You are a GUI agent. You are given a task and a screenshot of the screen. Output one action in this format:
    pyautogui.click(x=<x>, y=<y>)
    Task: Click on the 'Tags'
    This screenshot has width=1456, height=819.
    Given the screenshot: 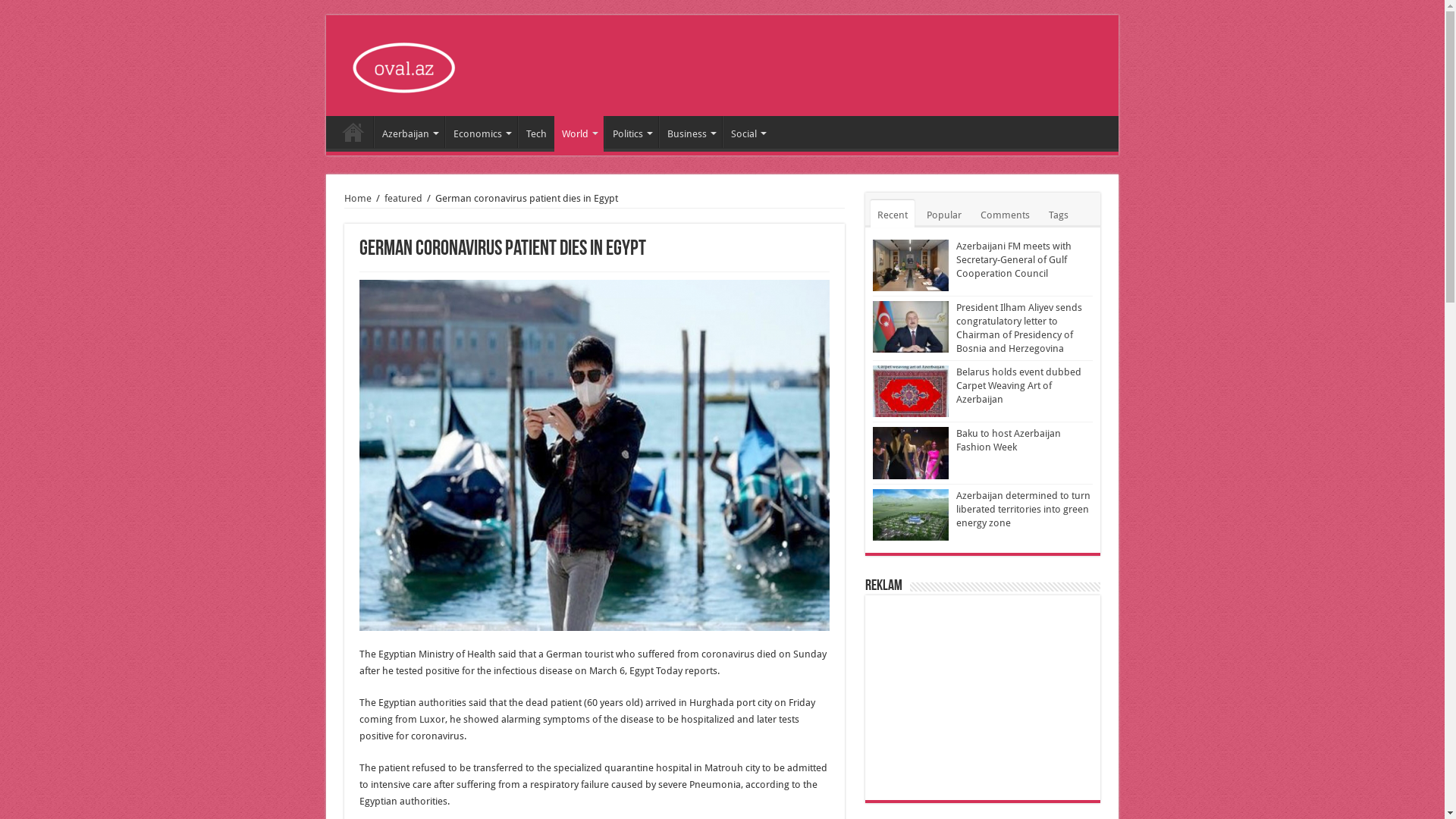 What is the action you would take?
    pyautogui.click(x=1058, y=213)
    